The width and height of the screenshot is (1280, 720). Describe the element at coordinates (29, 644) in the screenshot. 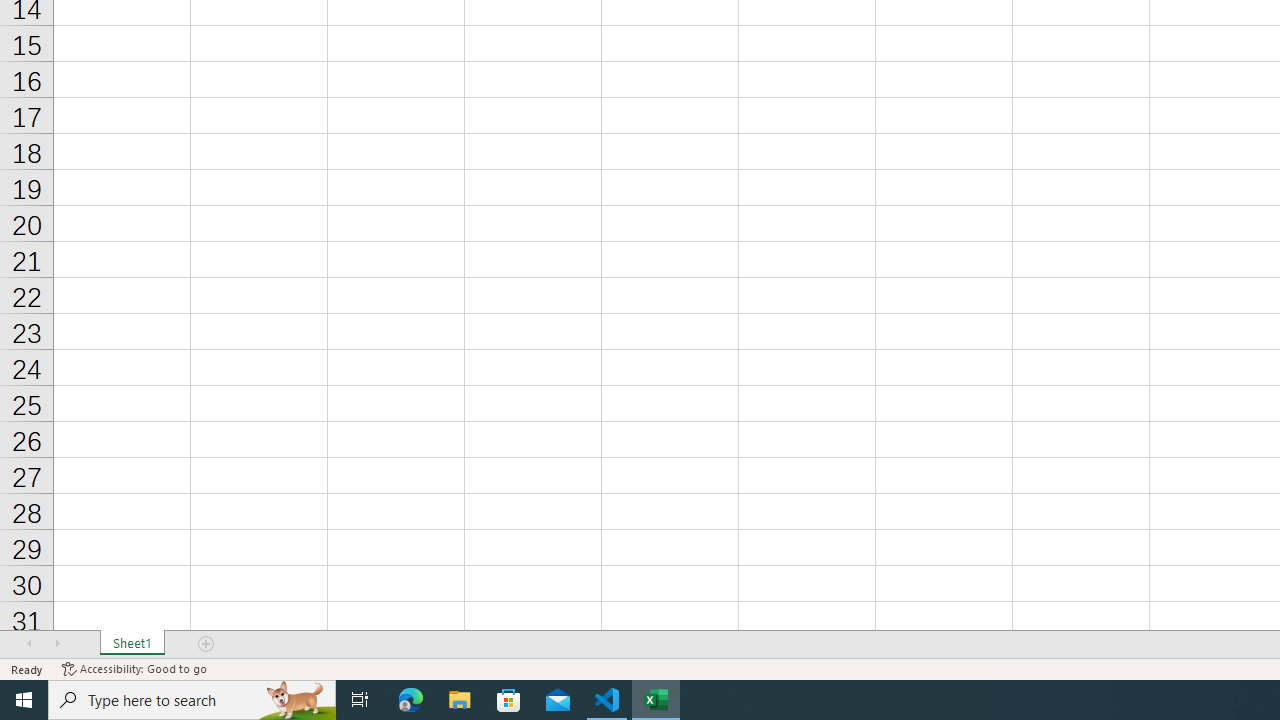

I see `'Scroll Left'` at that location.